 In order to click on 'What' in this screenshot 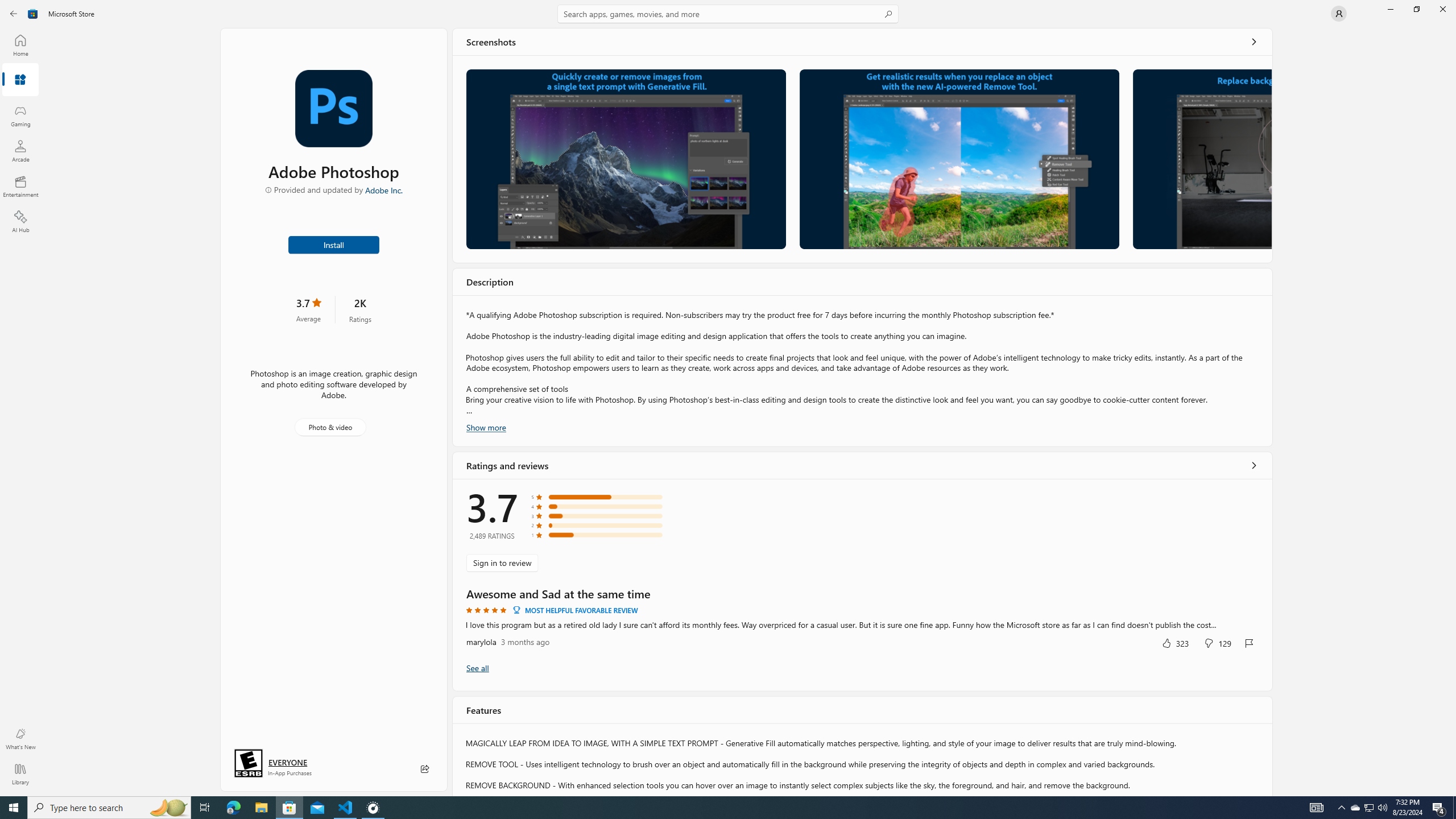, I will do `click(19, 738)`.